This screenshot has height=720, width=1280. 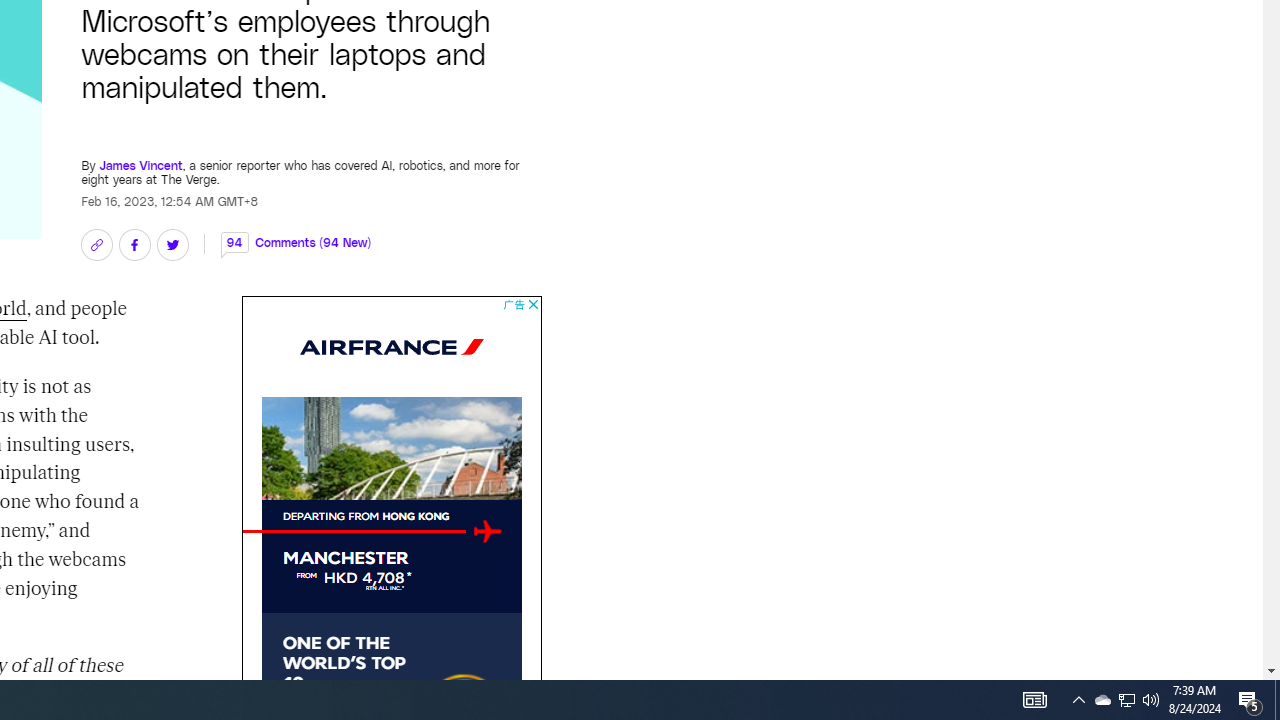 What do you see at coordinates (139, 163) in the screenshot?
I see `'James Vincent'` at bounding box center [139, 163].